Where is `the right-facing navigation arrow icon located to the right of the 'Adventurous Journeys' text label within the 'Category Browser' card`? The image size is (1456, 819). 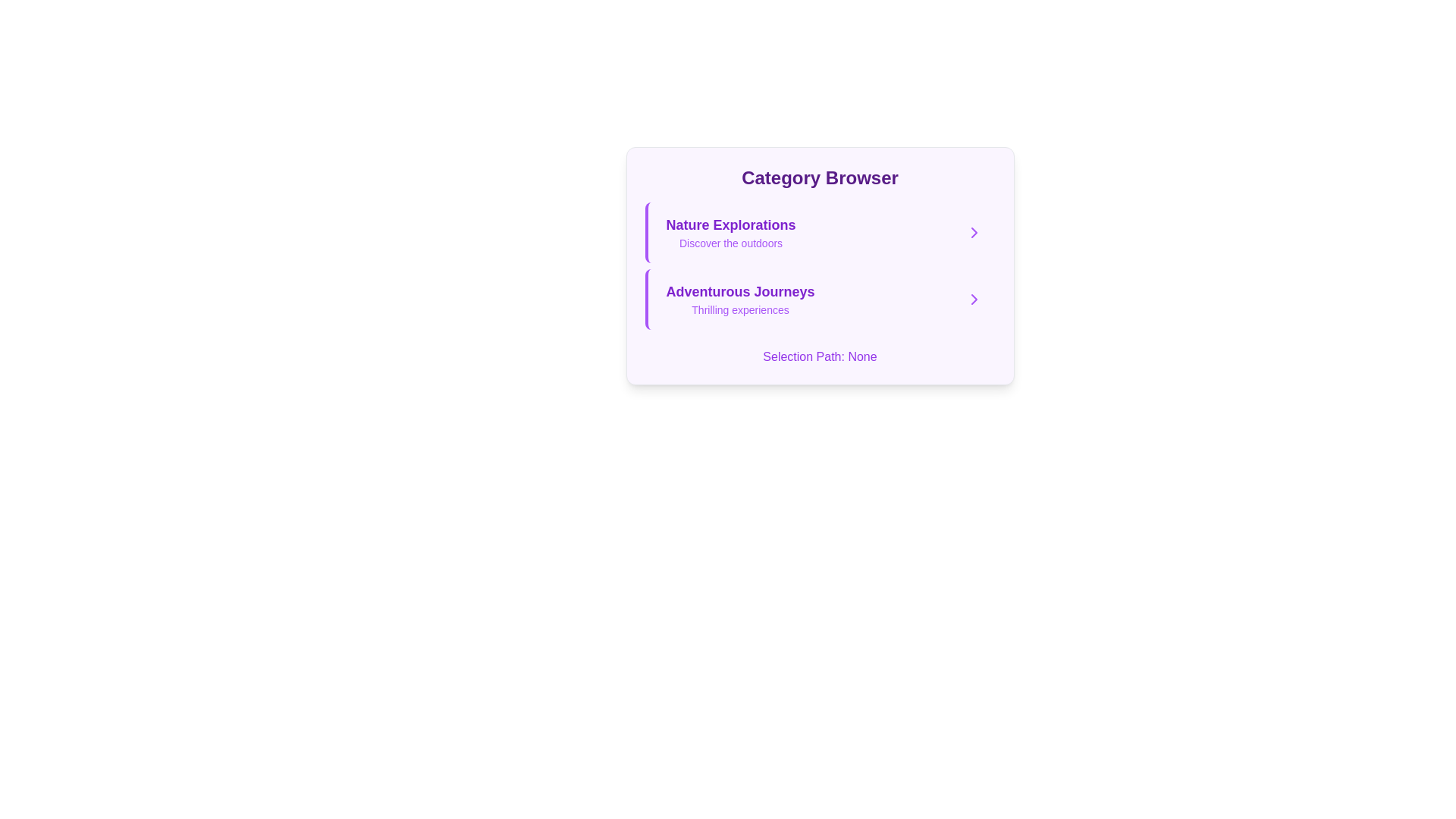 the right-facing navigation arrow icon located to the right of the 'Adventurous Journeys' text label within the 'Category Browser' card is located at coordinates (974, 299).